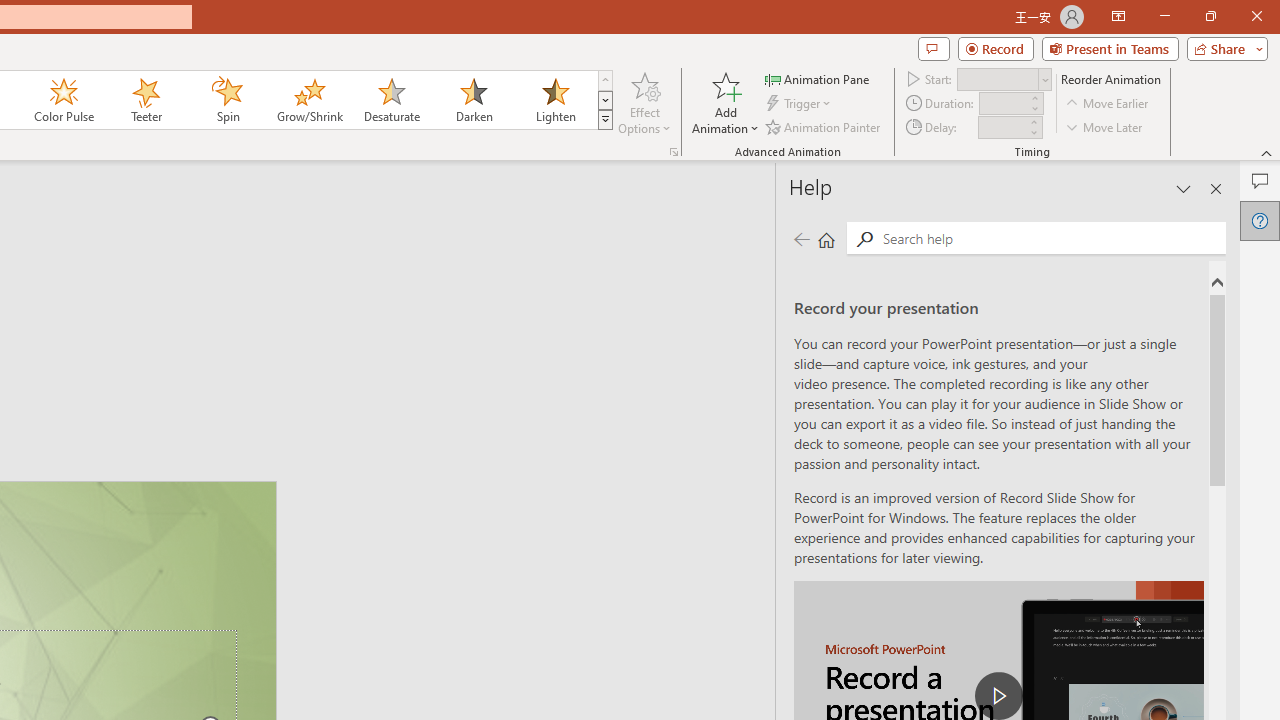 This screenshot has height=720, width=1280. I want to click on 'Animation Pane', so click(818, 78).